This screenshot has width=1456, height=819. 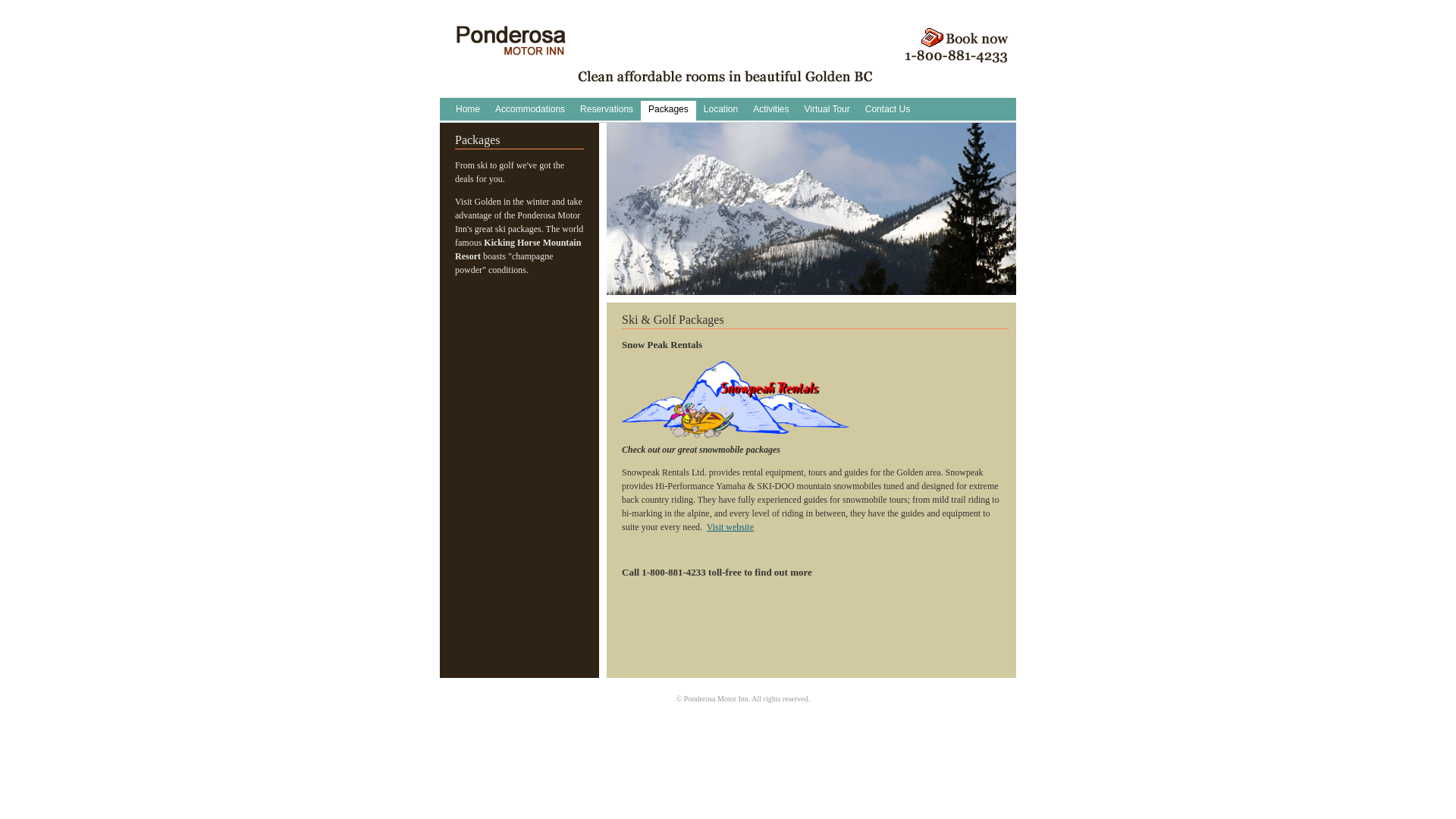 What do you see at coordinates (607, 110) in the screenshot?
I see `'Reservations'` at bounding box center [607, 110].